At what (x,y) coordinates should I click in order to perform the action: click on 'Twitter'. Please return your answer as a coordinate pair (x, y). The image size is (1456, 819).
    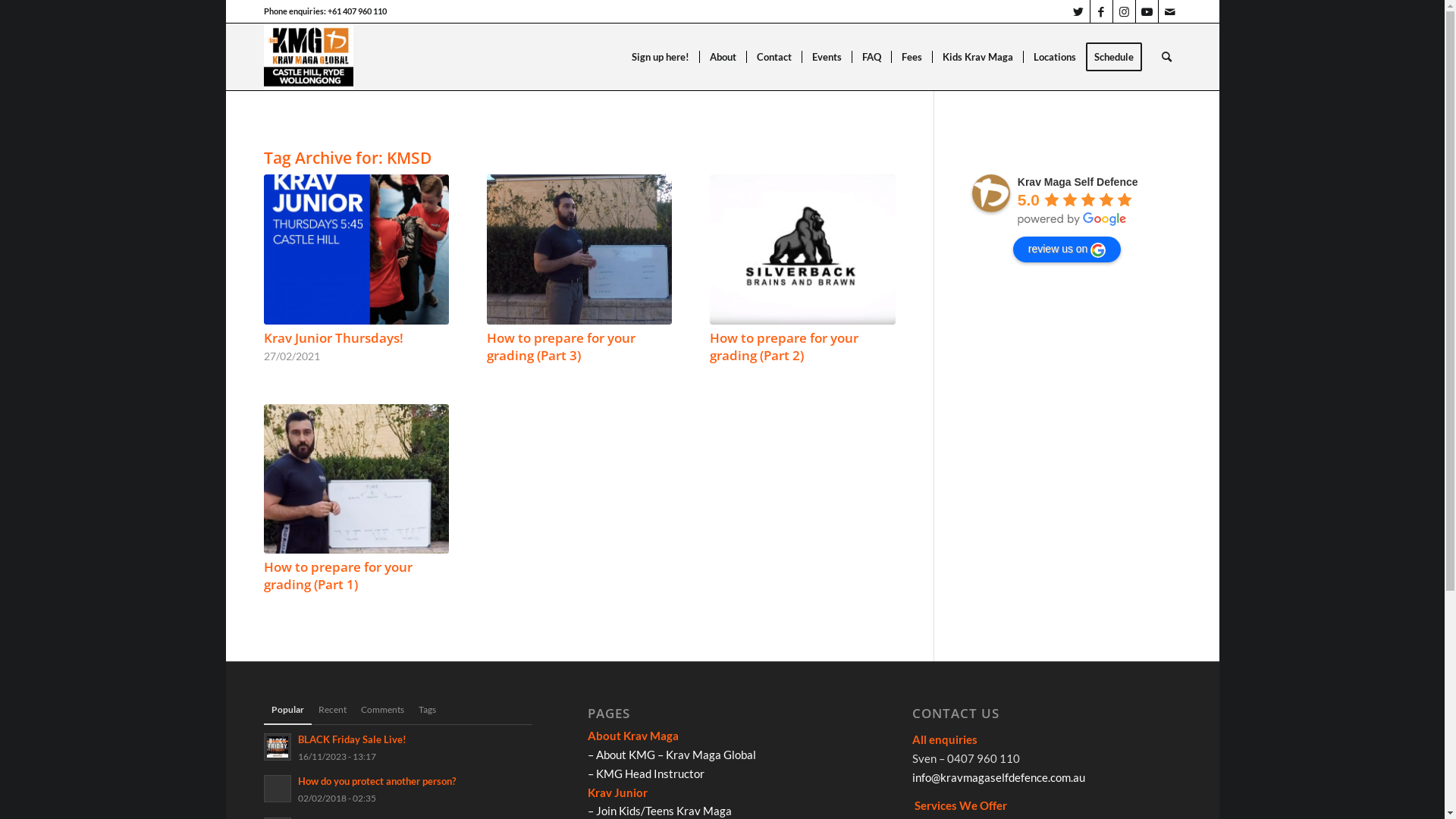
    Looking at the image, I should click on (1078, 11).